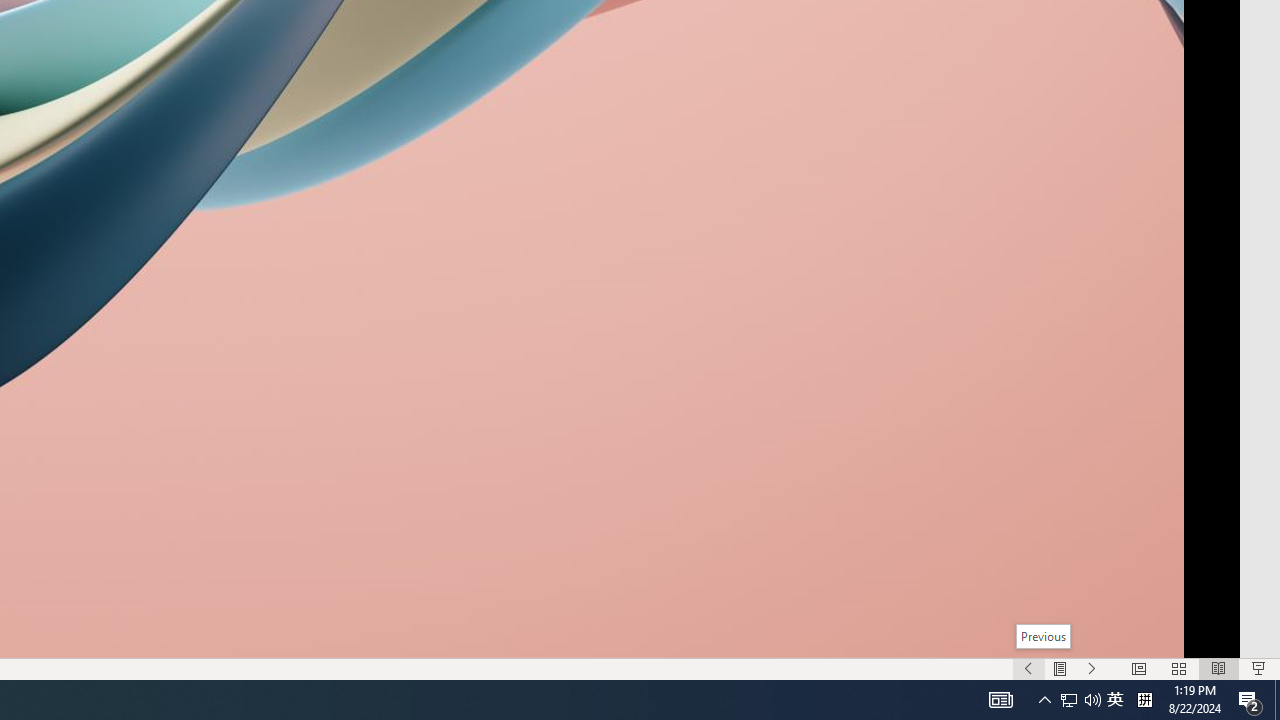 The image size is (1280, 720). I want to click on 'Previous', so click(1042, 636).